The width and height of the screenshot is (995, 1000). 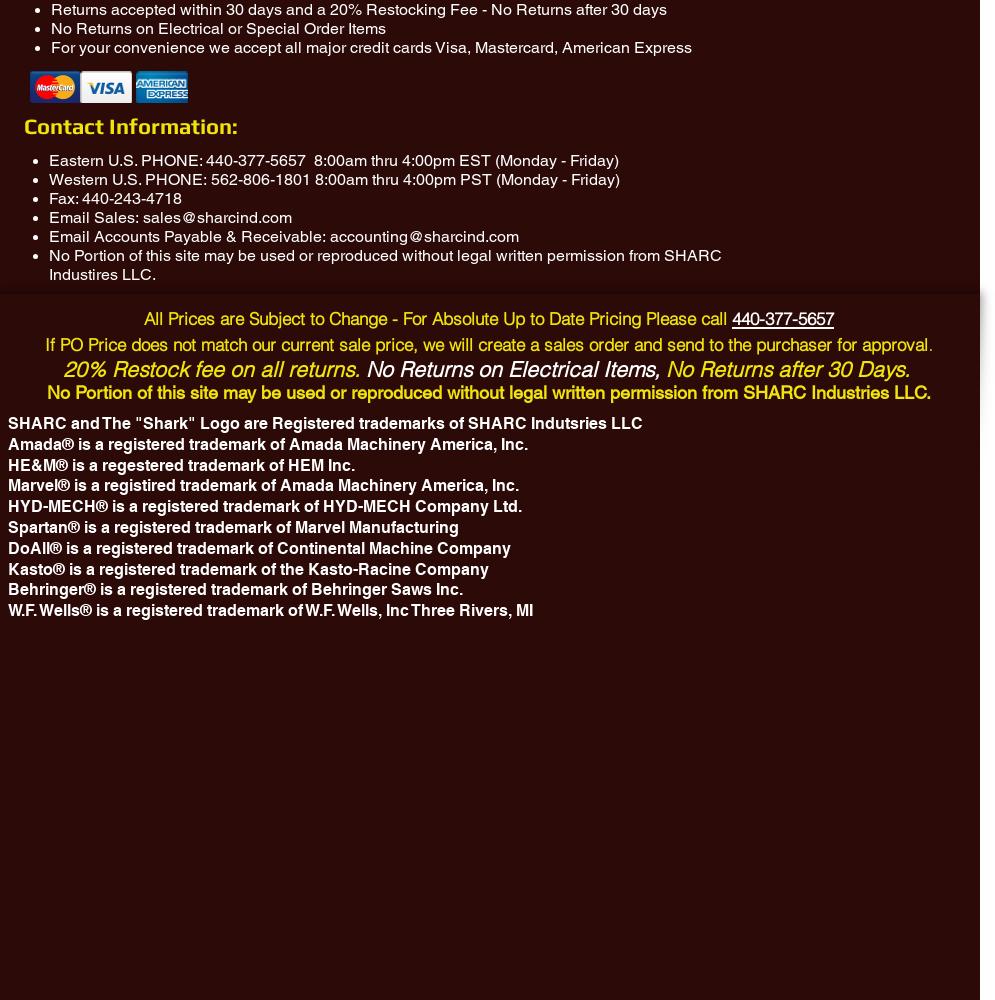 What do you see at coordinates (787, 368) in the screenshot?
I see `'No Returns after 30 Days.'` at bounding box center [787, 368].